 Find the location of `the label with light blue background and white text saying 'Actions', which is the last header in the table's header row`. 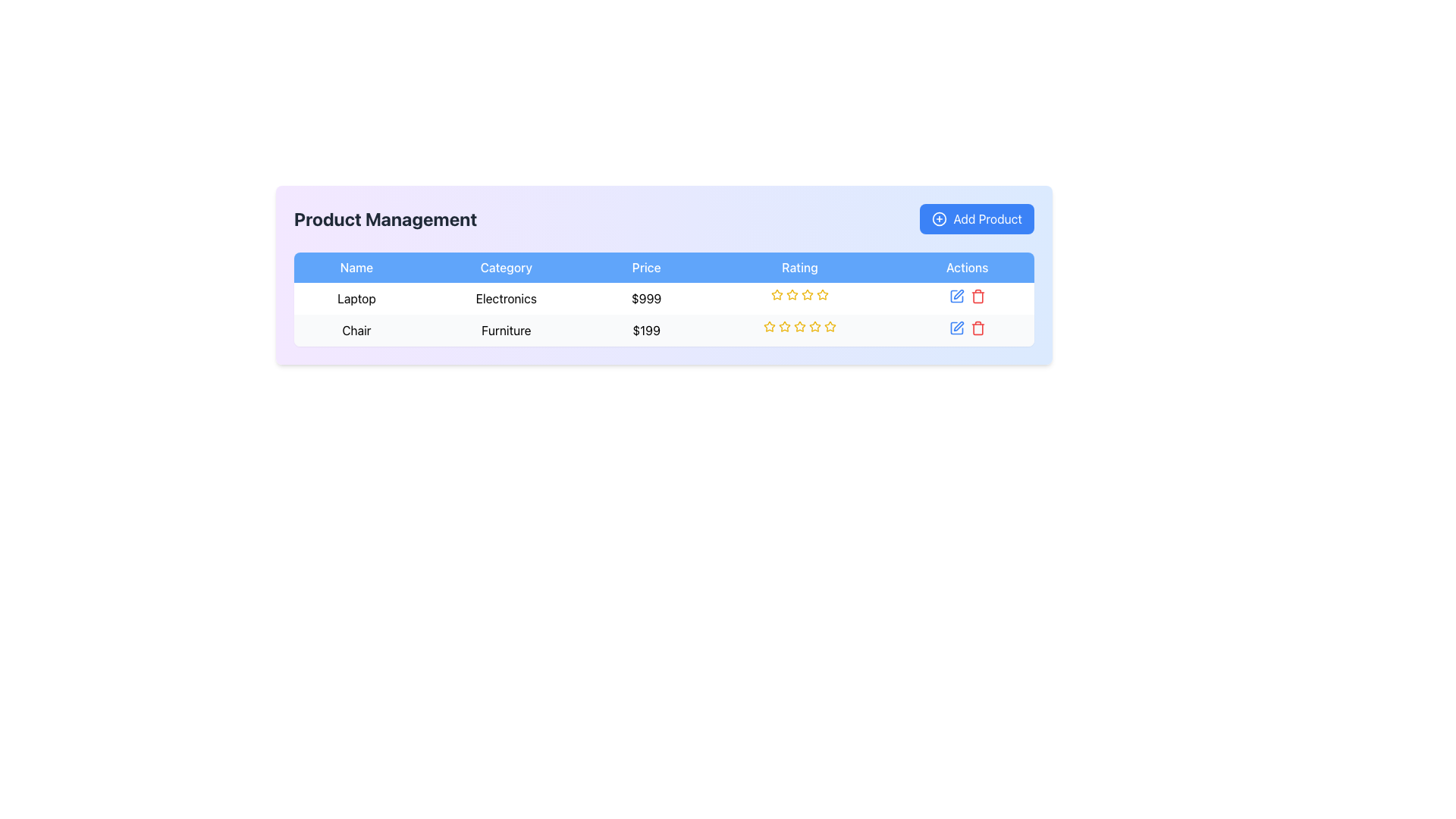

the label with light blue background and white text saying 'Actions', which is the last header in the table's header row is located at coordinates (966, 267).